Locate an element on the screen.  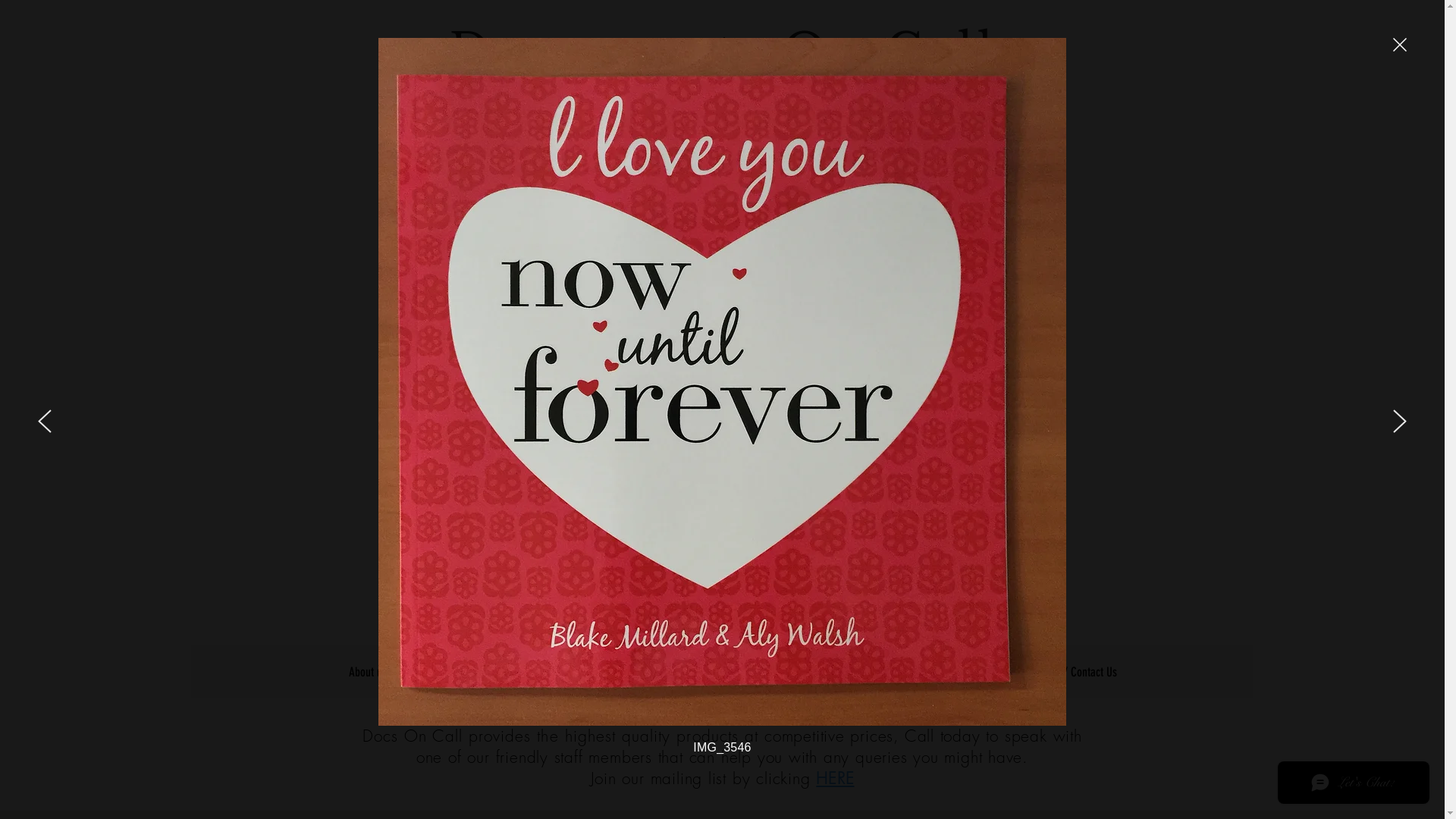
'Documents On Call' is located at coordinates (447, 49).